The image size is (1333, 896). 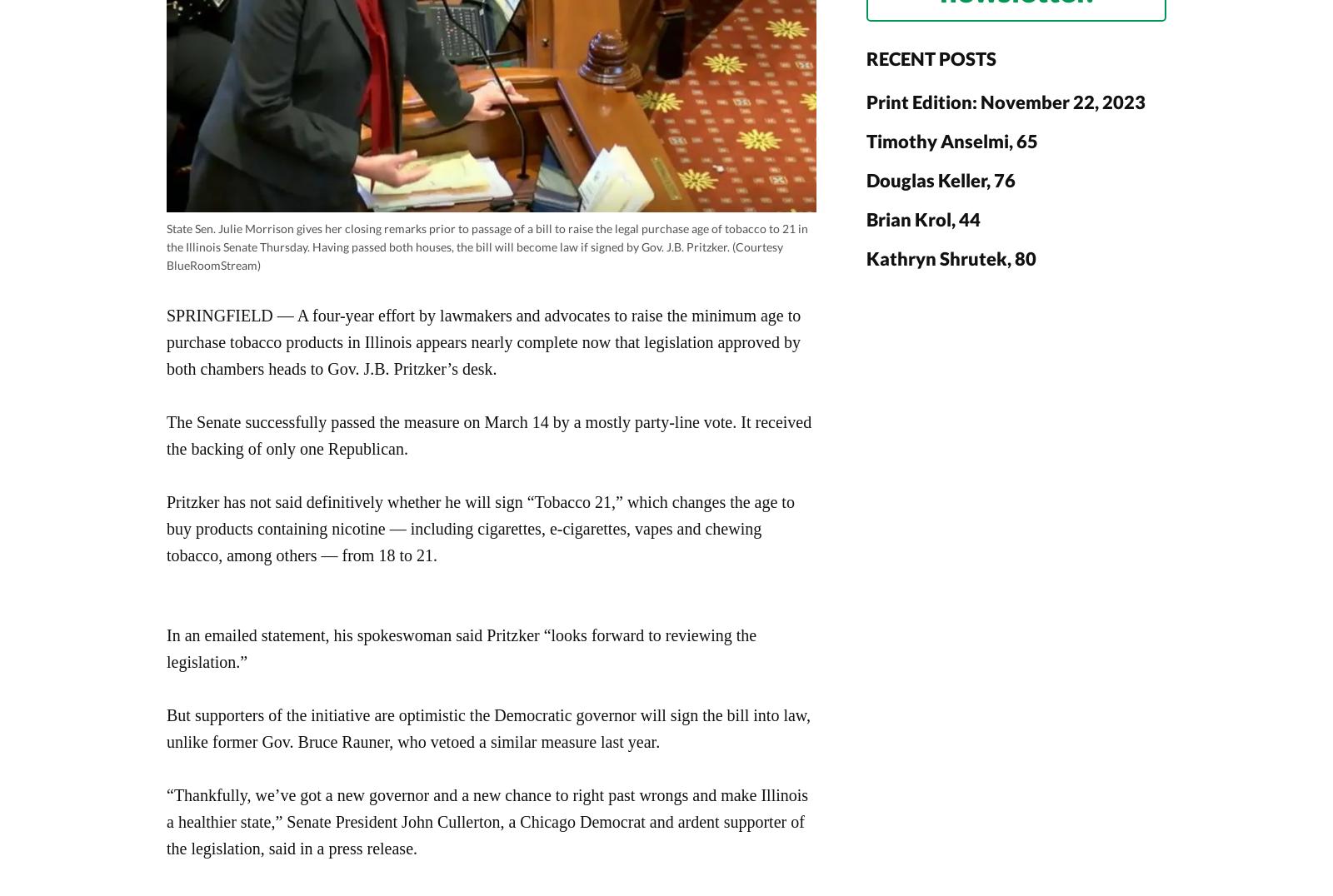 I want to click on 'The Senate successfully passed the measure on March 14 by a mostly party-line vote. It received the backing of only one Republican.', so click(x=166, y=434).